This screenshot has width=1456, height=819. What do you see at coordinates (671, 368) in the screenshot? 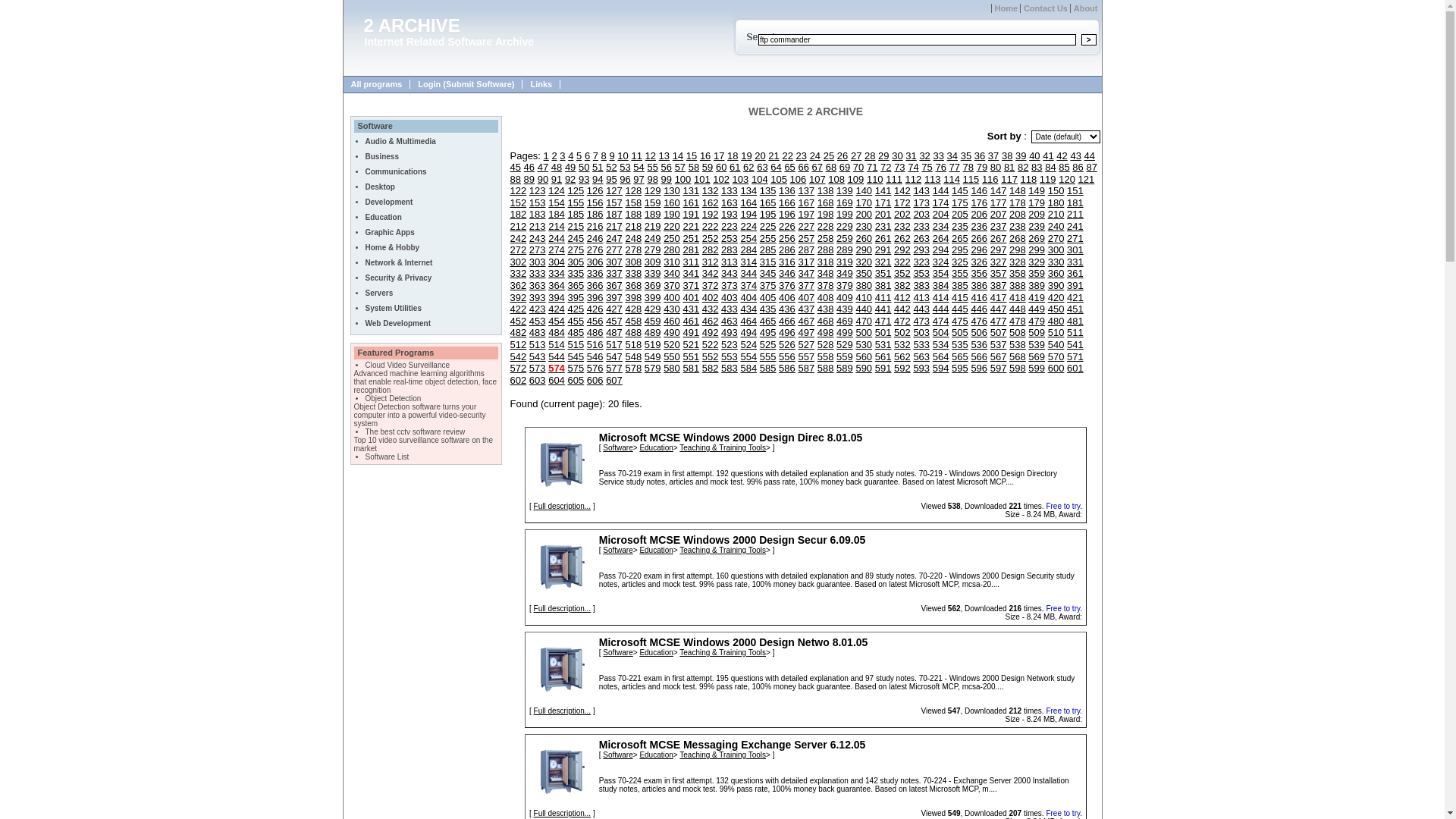
I see `'580'` at bounding box center [671, 368].